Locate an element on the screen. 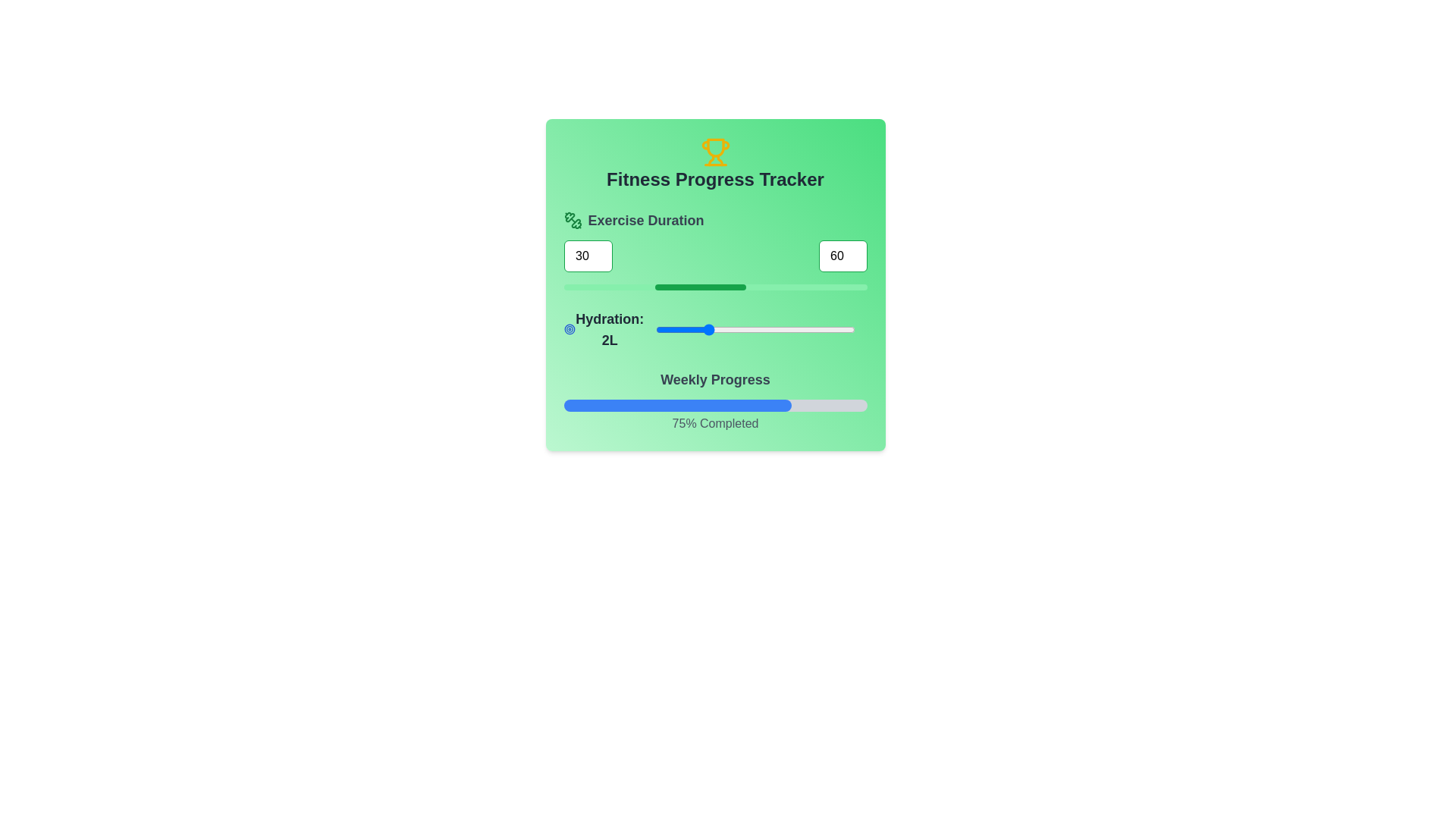 The image size is (1456, 819). the Progress Bar located below the 'Exercise Duration' label, which visually represents the progress of exercise duration between the numerical input boxes (30 and 60) is located at coordinates (714, 287).